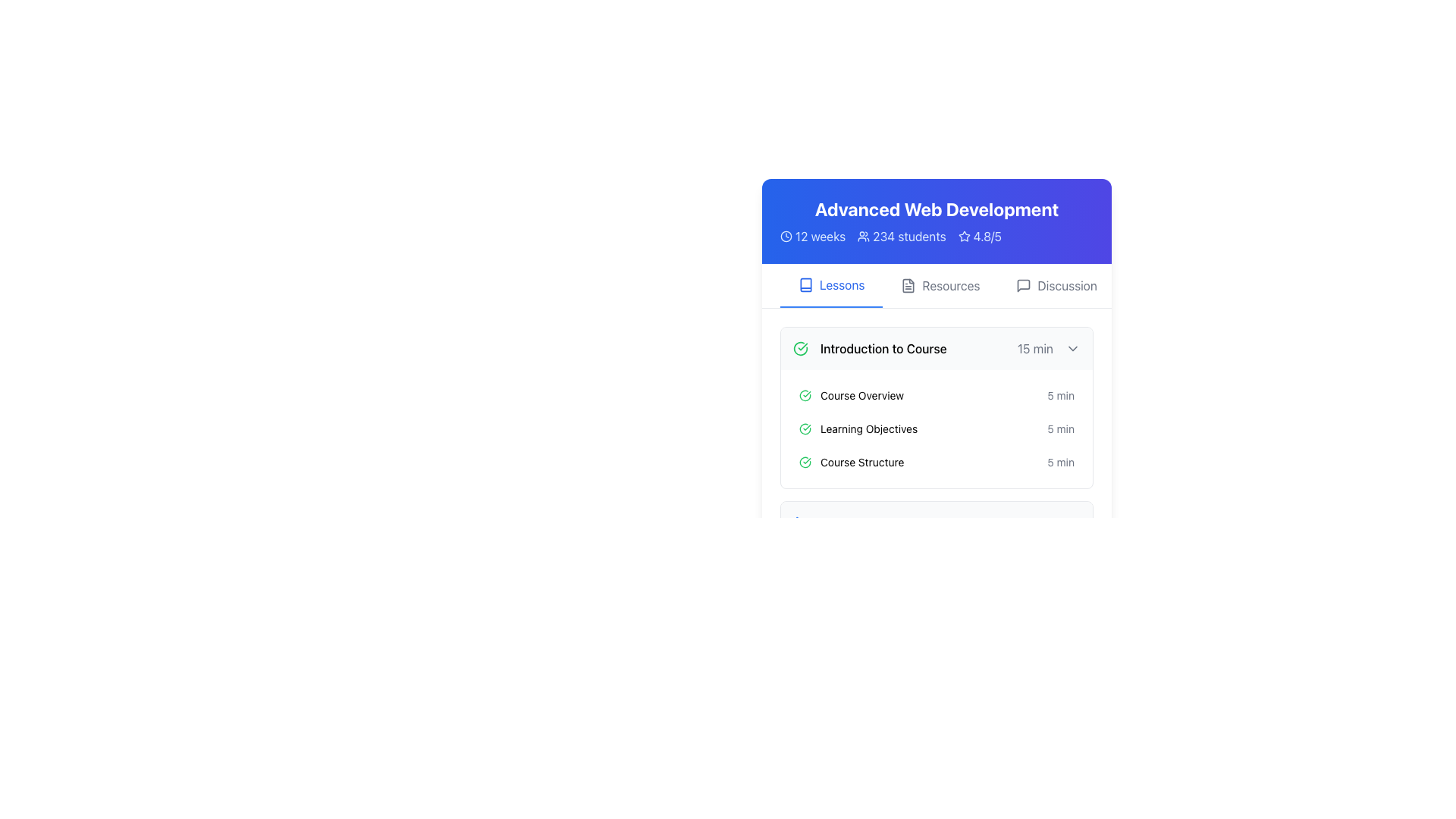 This screenshot has width=1456, height=819. Describe the element at coordinates (936, 221) in the screenshot. I see `the Informational display section featuring the bold white text 'Advanced Web Development' and a gradient background transitioning from blue to indigo` at that location.